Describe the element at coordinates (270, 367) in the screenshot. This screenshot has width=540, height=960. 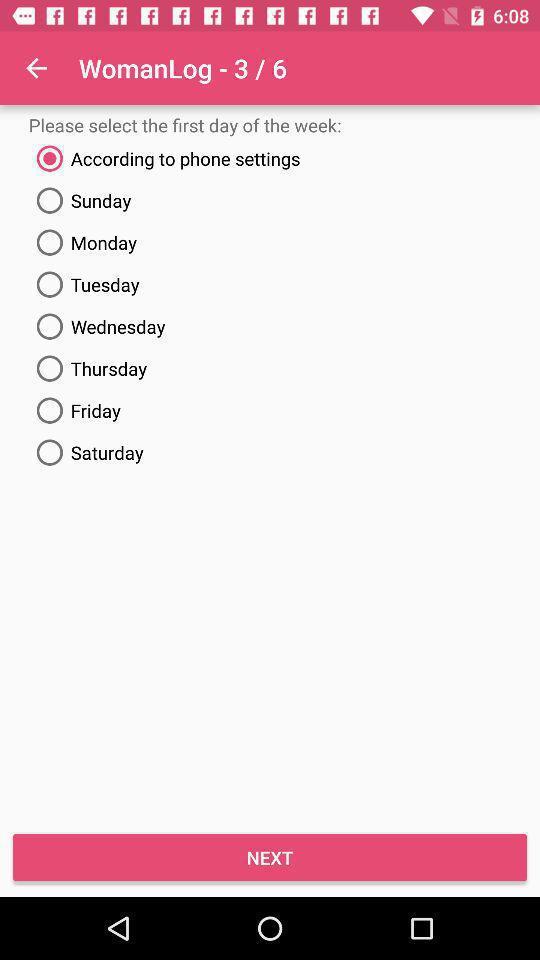
I see `the item below the wednesday icon` at that location.